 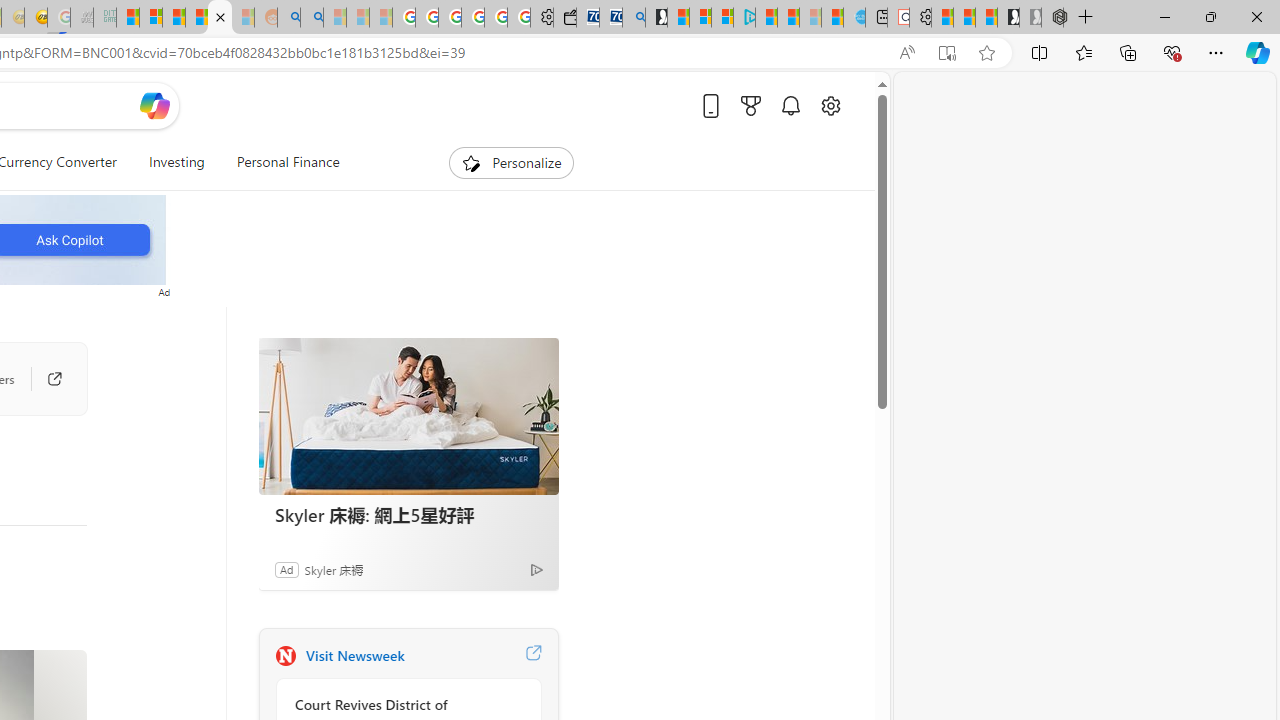 I want to click on 'Microsoft Start - Sleeping', so click(x=810, y=17).